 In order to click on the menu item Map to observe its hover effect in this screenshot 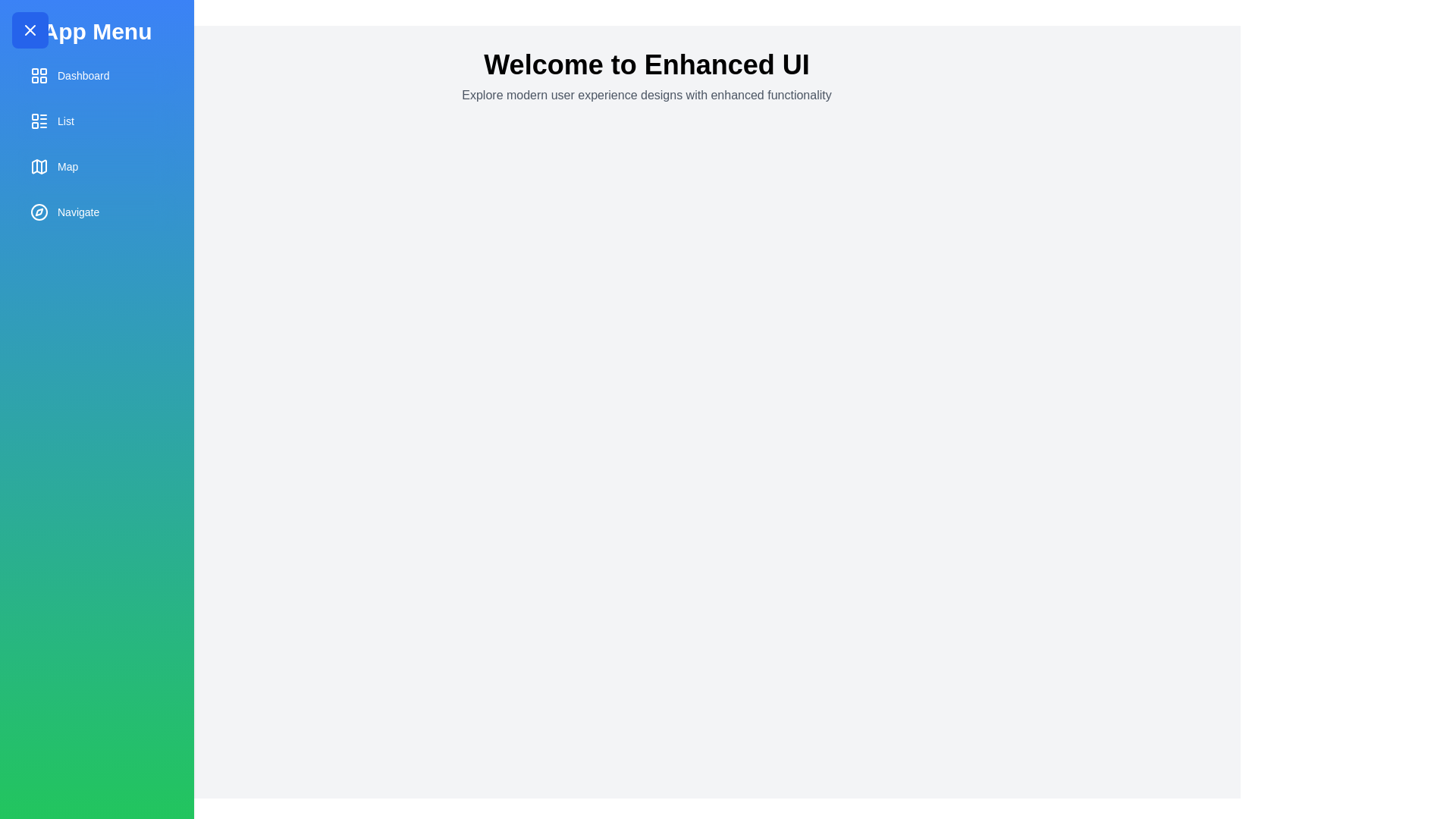, I will do `click(96, 166)`.